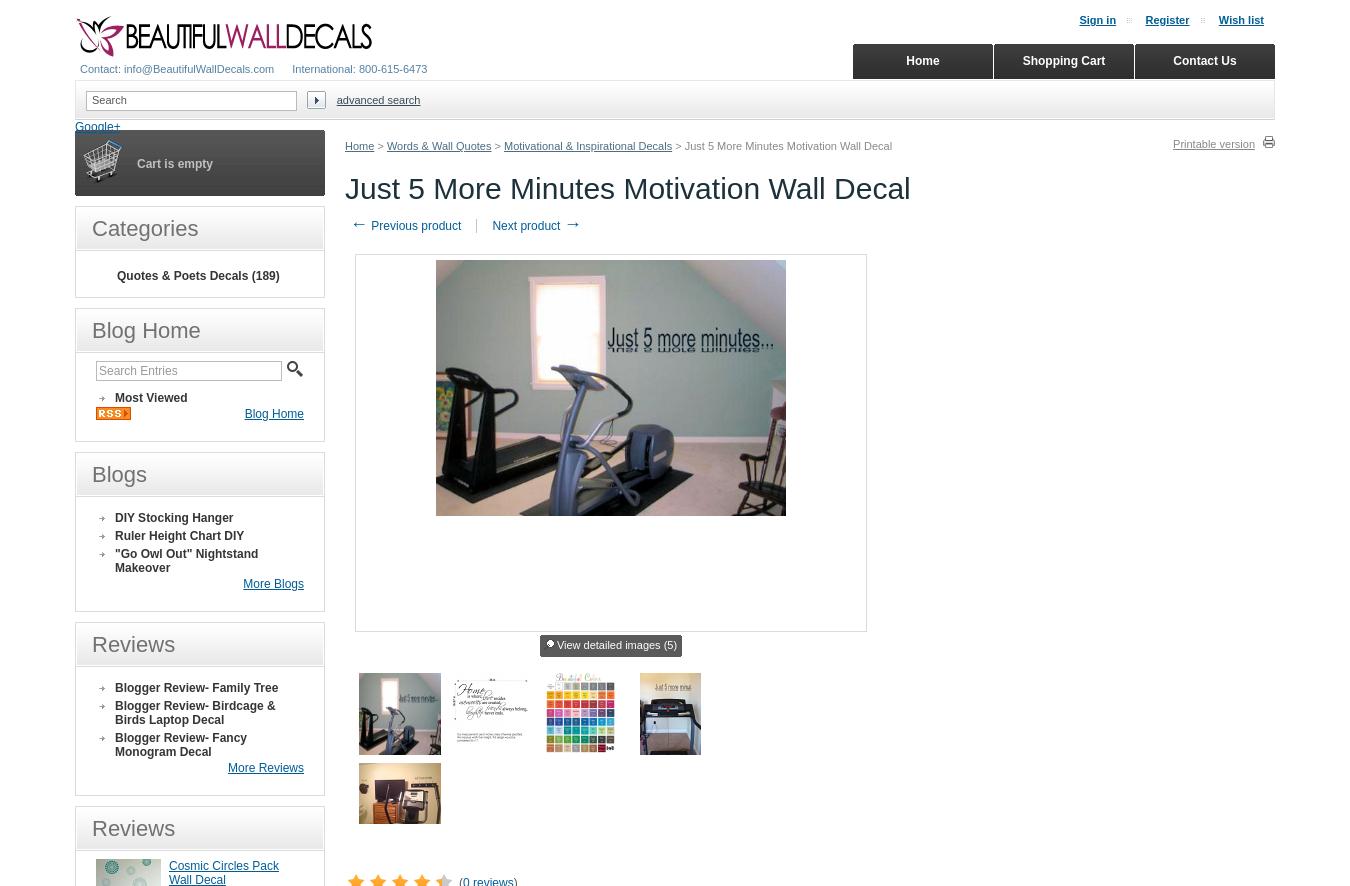 This screenshot has height=886, width=1350. I want to click on 'Printable version', so click(1213, 142).